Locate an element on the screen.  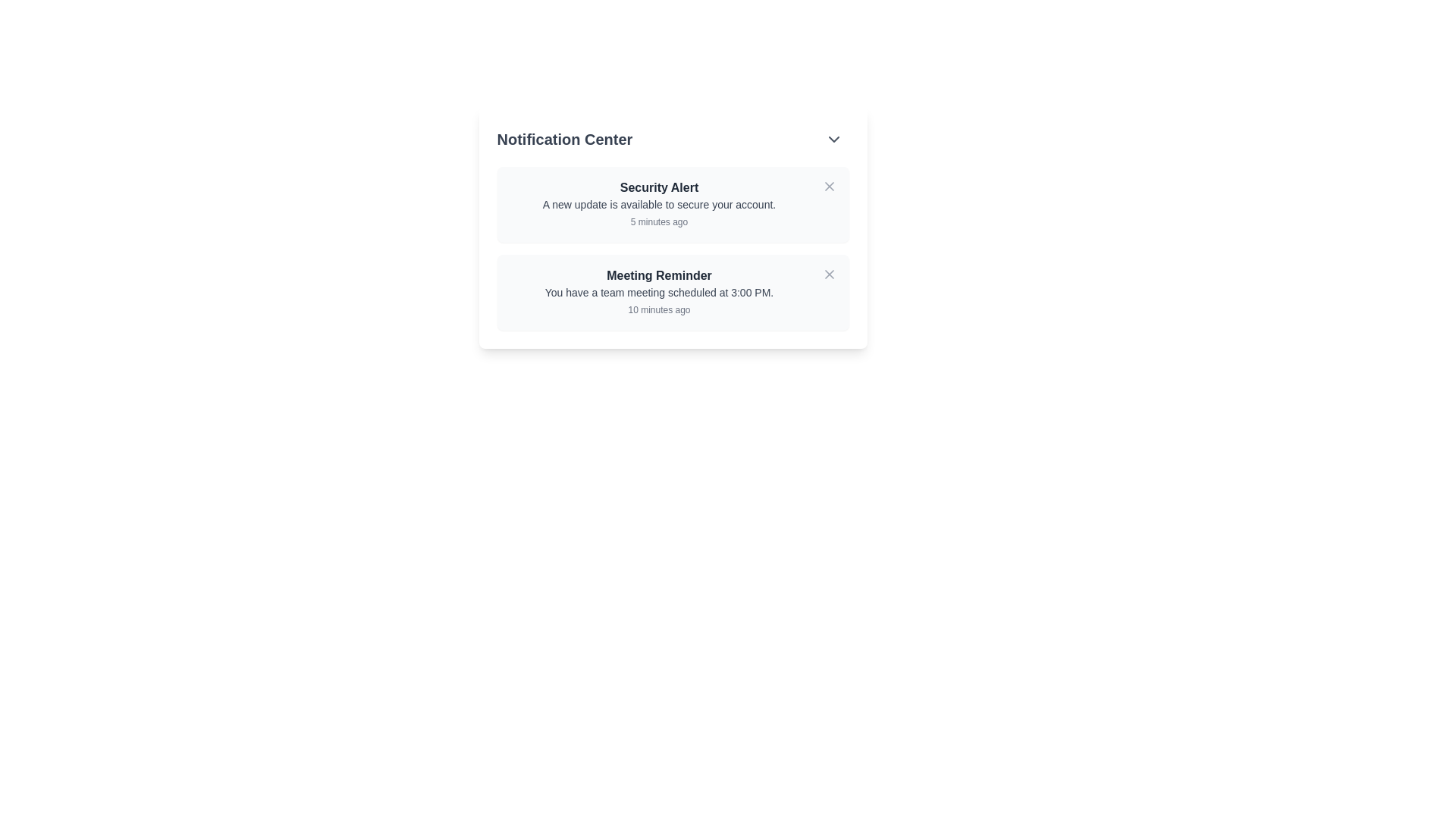
the button with a downward-pointing chevron in the top-right corner of the 'Notification Center' section to observe the hover effect is located at coordinates (833, 140).